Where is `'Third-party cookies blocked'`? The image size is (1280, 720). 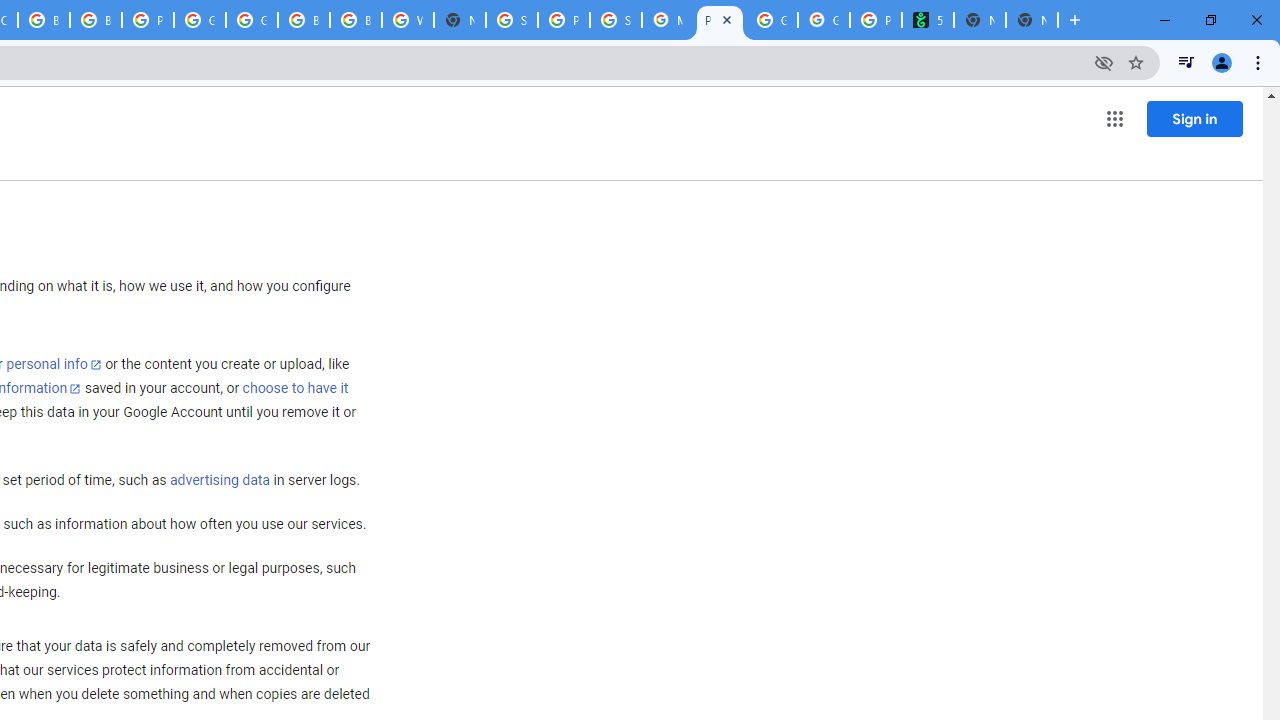
'Third-party cookies blocked' is located at coordinates (1103, 61).